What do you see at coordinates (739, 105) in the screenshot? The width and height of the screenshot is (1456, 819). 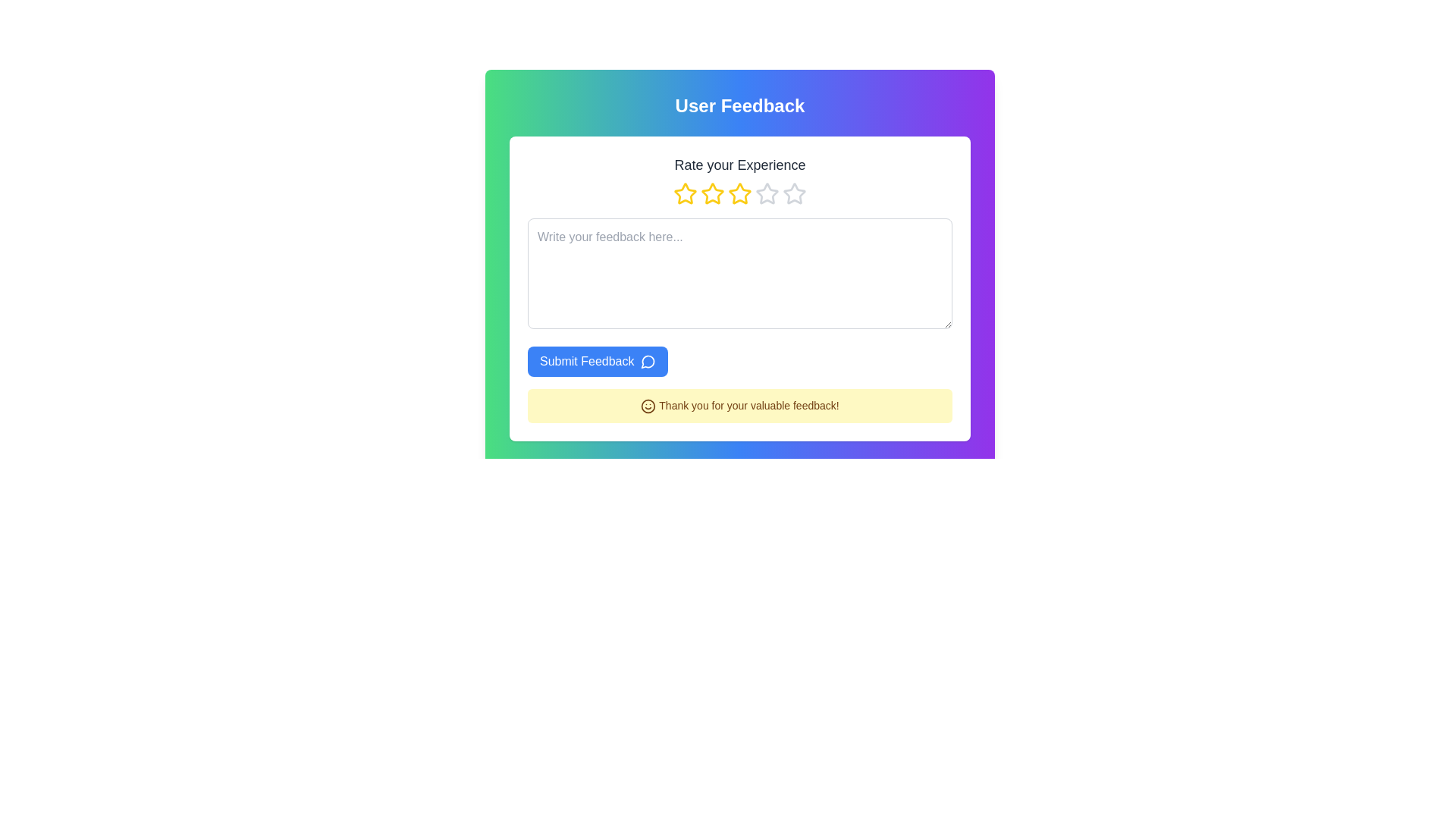 I see `the 'User Feedback' text label, which is prominently displayed in a bold, large font and centrally aligned against a colorful gradient background` at bounding box center [739, 105].